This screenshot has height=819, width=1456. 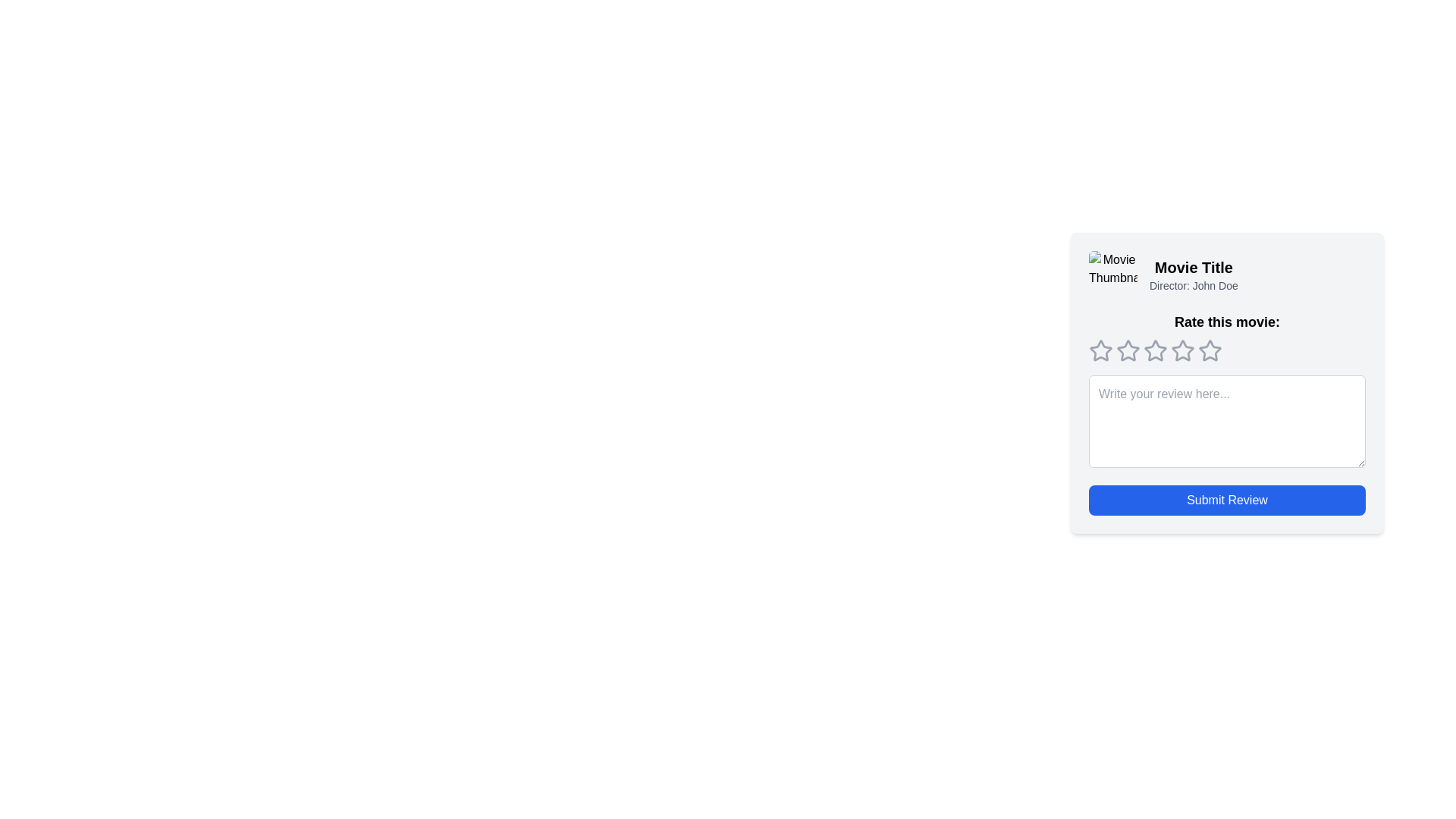 I want to click on the third star in the rating system below the text 'Rate this movie:', so click(x=1182, y=350).